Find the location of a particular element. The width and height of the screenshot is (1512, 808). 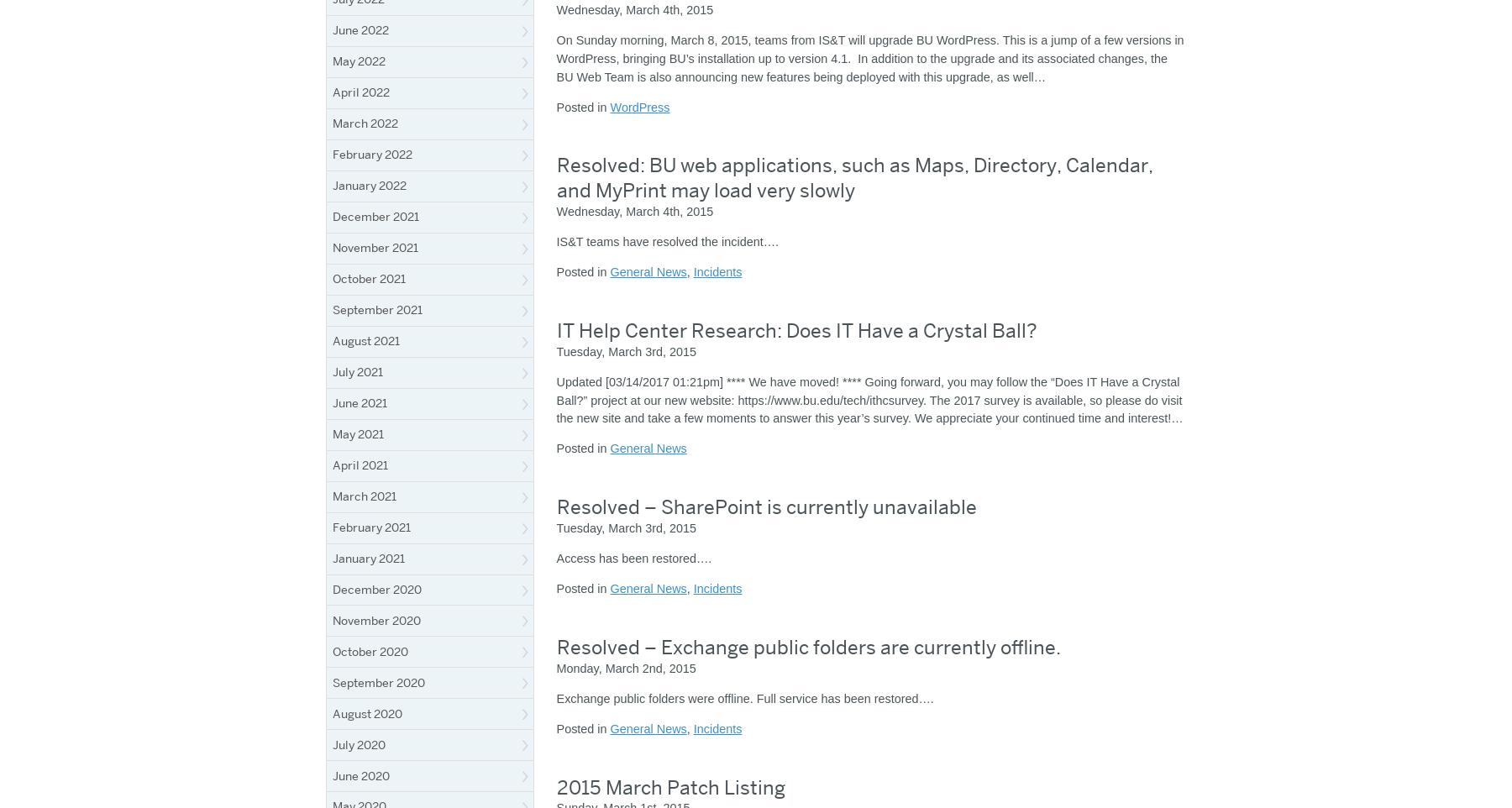

'April 2022' is located at coordinates (361, 91).